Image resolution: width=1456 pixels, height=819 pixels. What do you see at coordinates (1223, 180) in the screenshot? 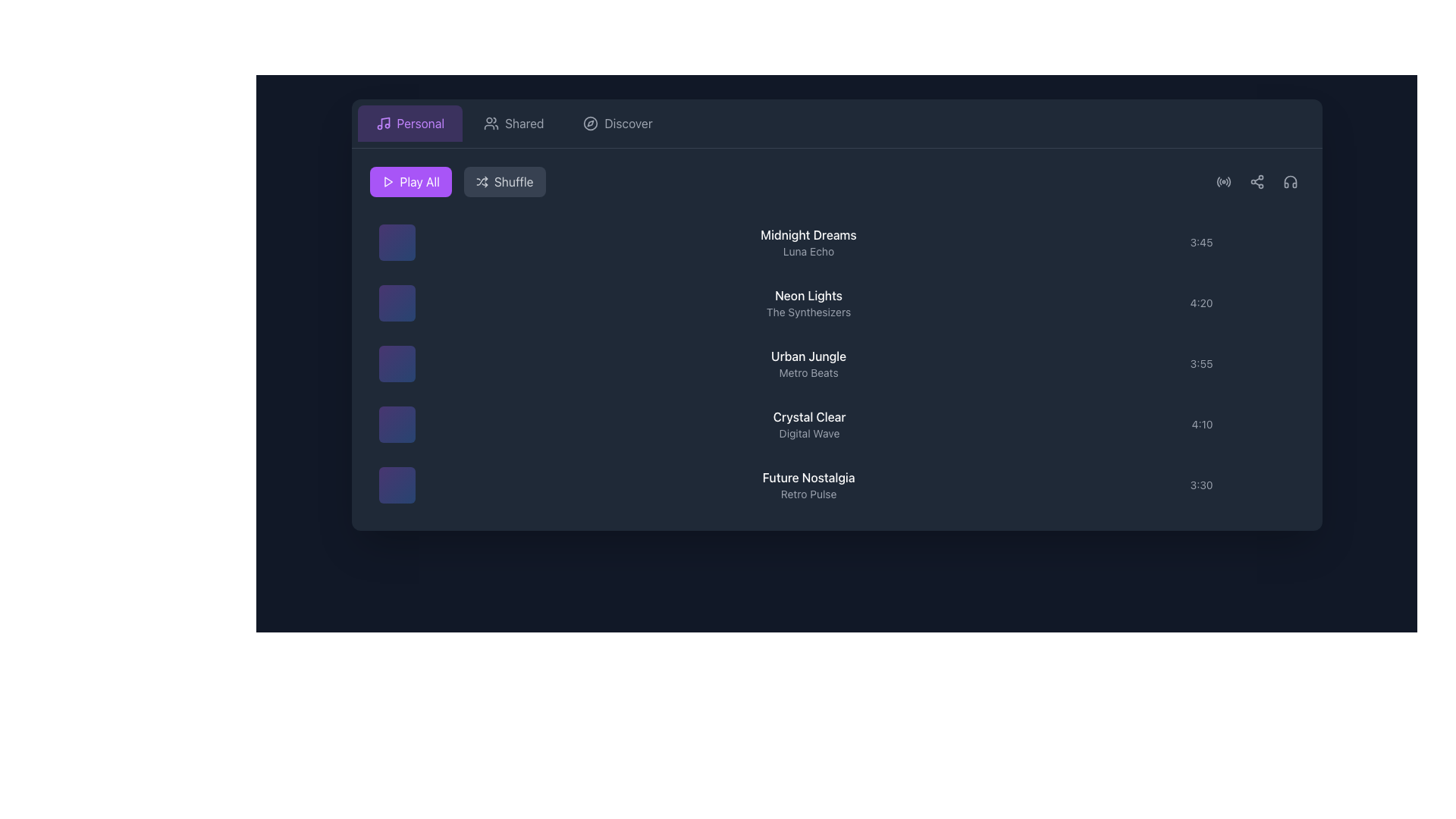
I see `the broadcasting button located in the upper-right corner of the interface to change its color` at bounding box center [1223, 180].